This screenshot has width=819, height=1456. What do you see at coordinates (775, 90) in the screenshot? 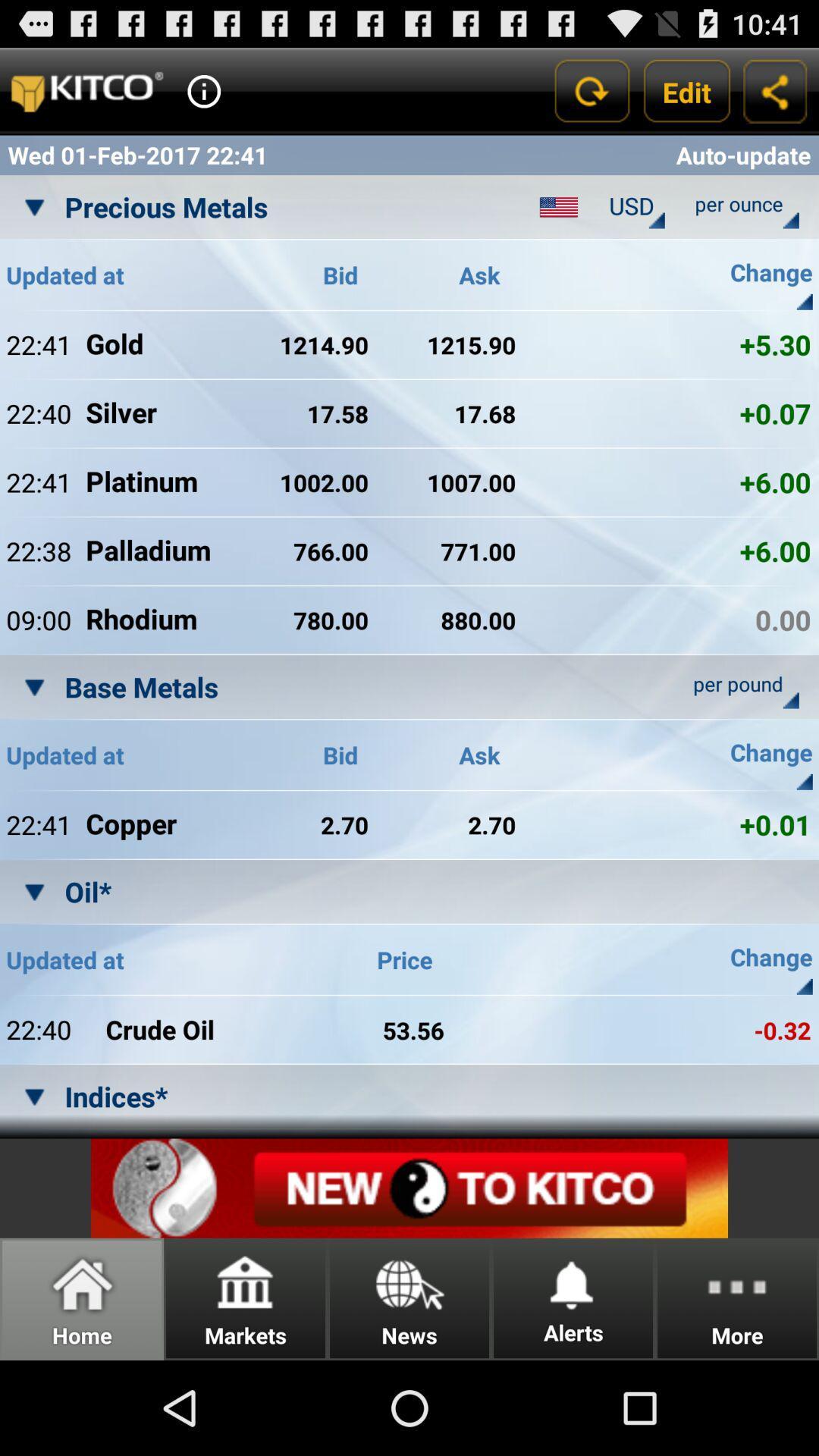
I see `share the information` at bounding box center [775, 90].